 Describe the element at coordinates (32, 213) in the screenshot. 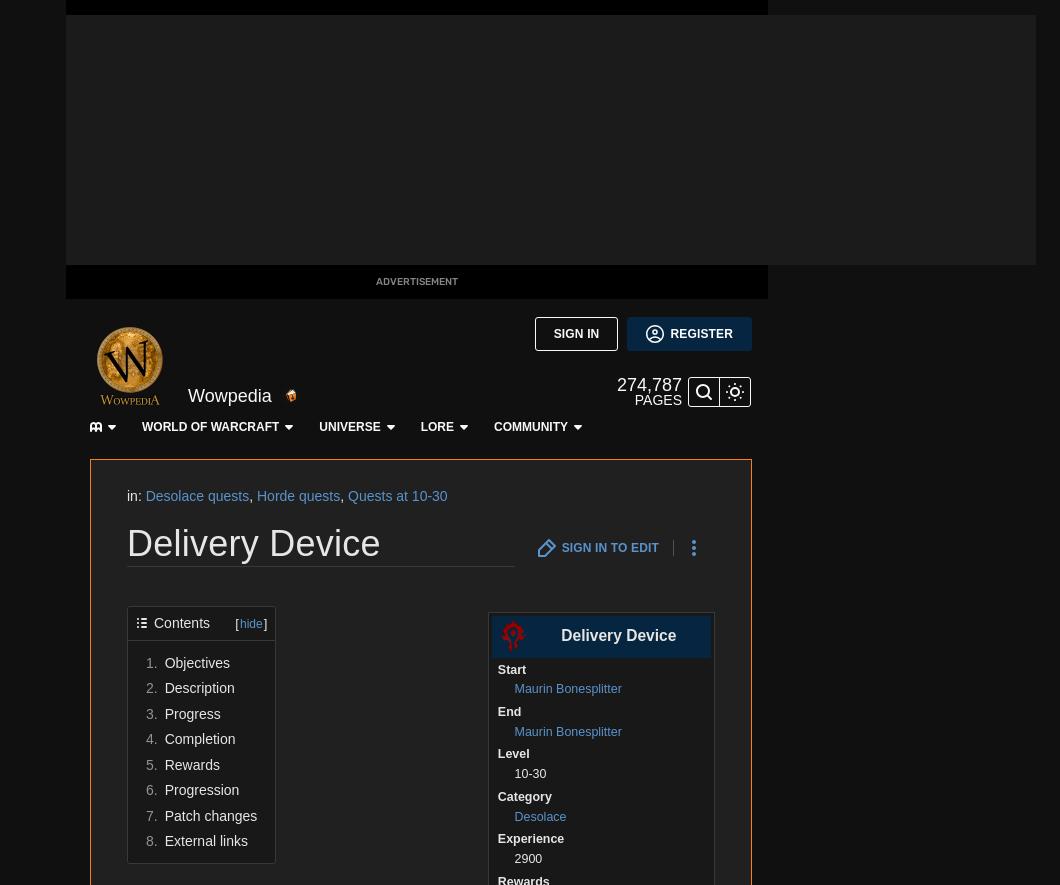

I see `'BETA'` at that location.